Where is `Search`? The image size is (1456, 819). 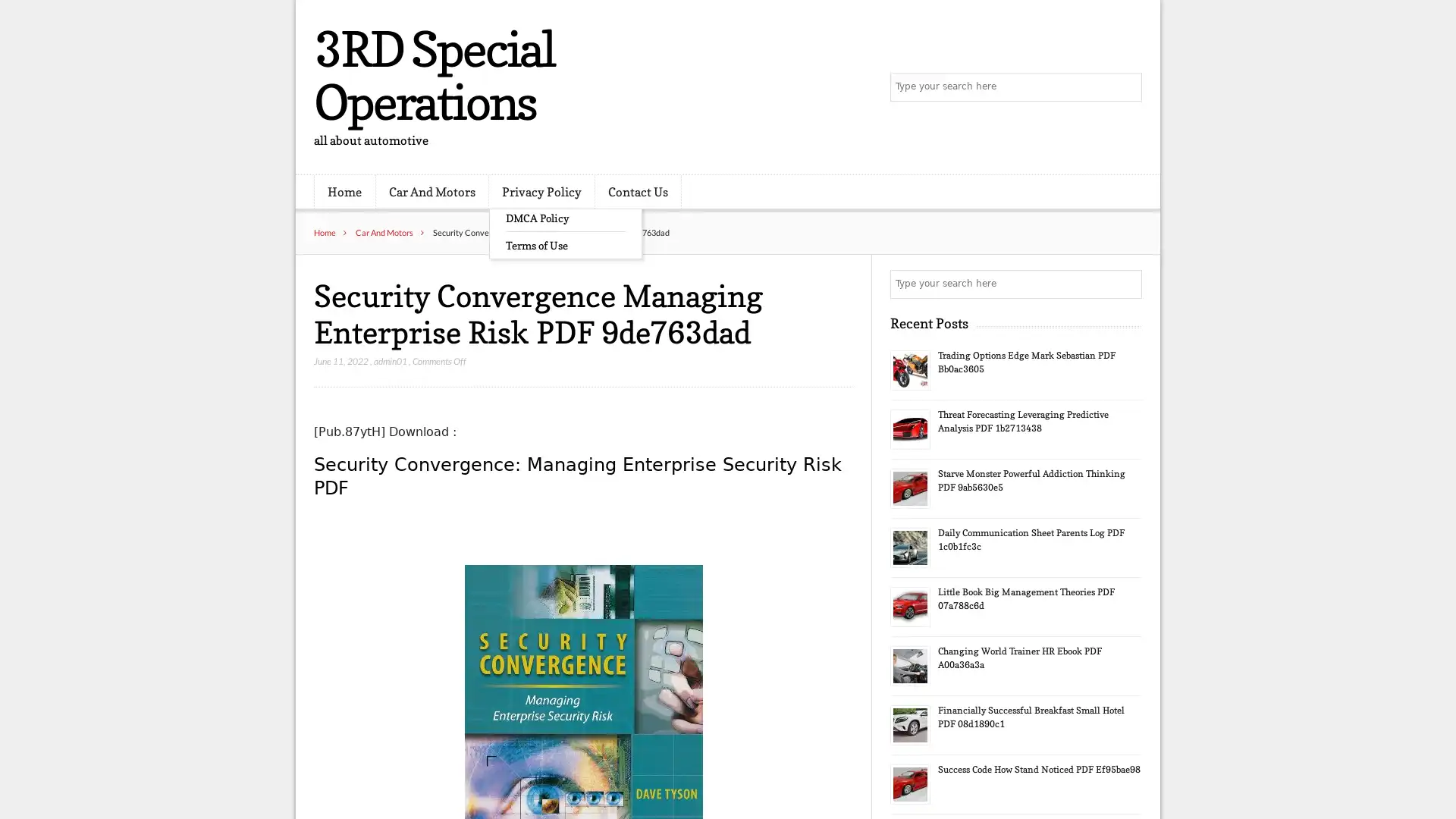 Search is located at coordinates (1126, 284).